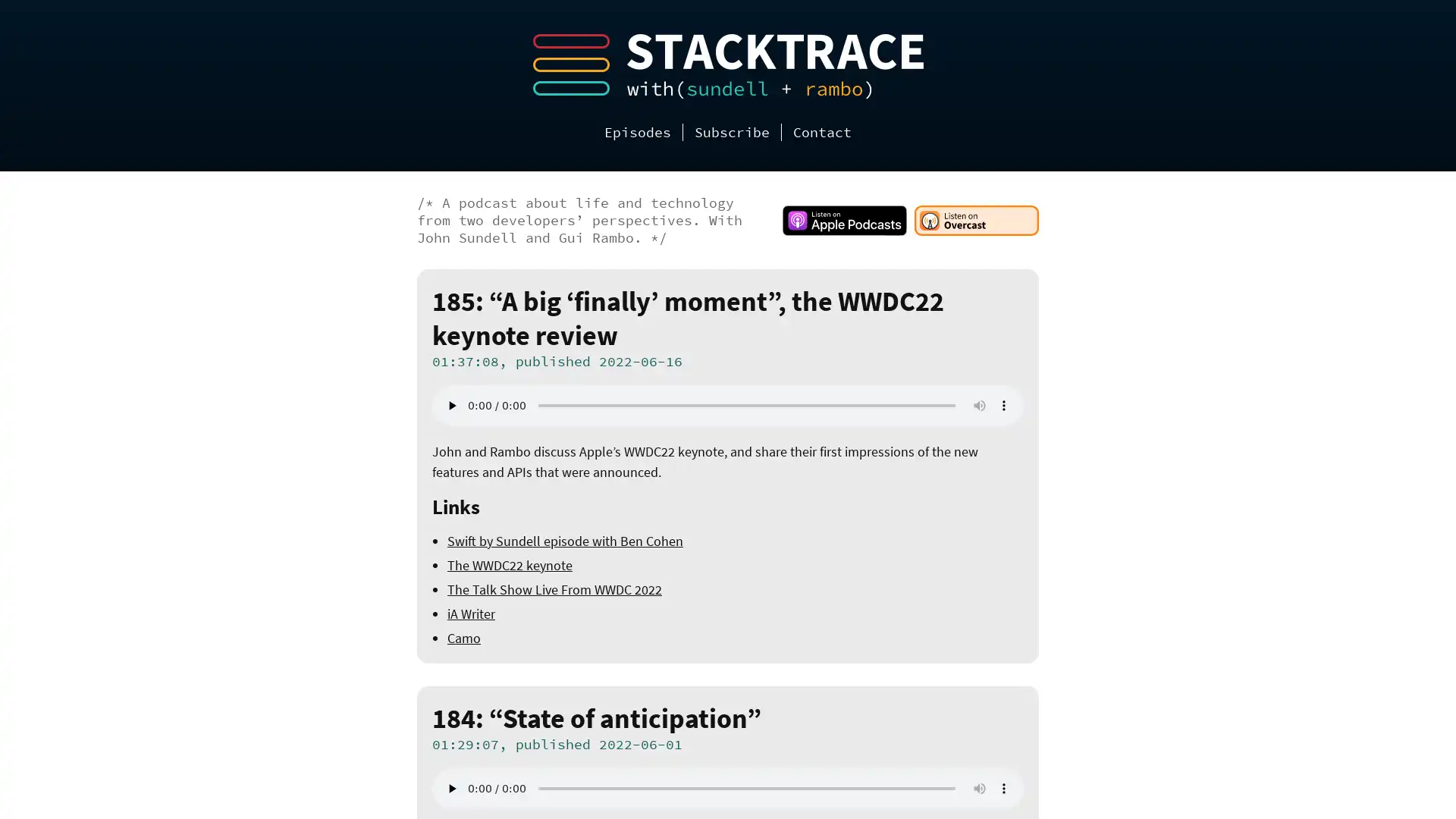 The image size is (1456, 819). Describe the element at coordinates (450, 405) in the screenshot. I see `play` at that location.